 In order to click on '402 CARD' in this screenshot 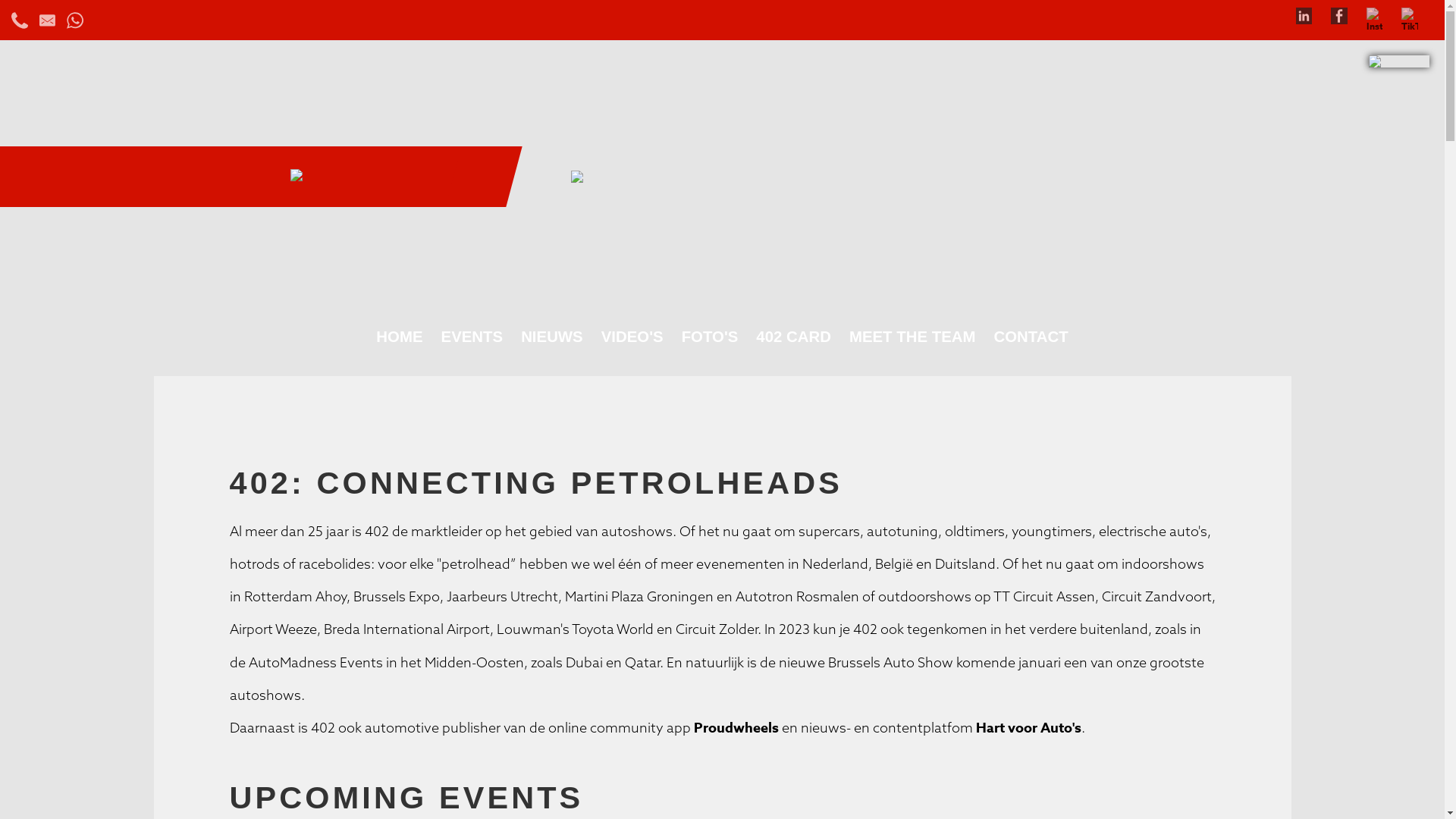, I will do `click(792, 336)`.